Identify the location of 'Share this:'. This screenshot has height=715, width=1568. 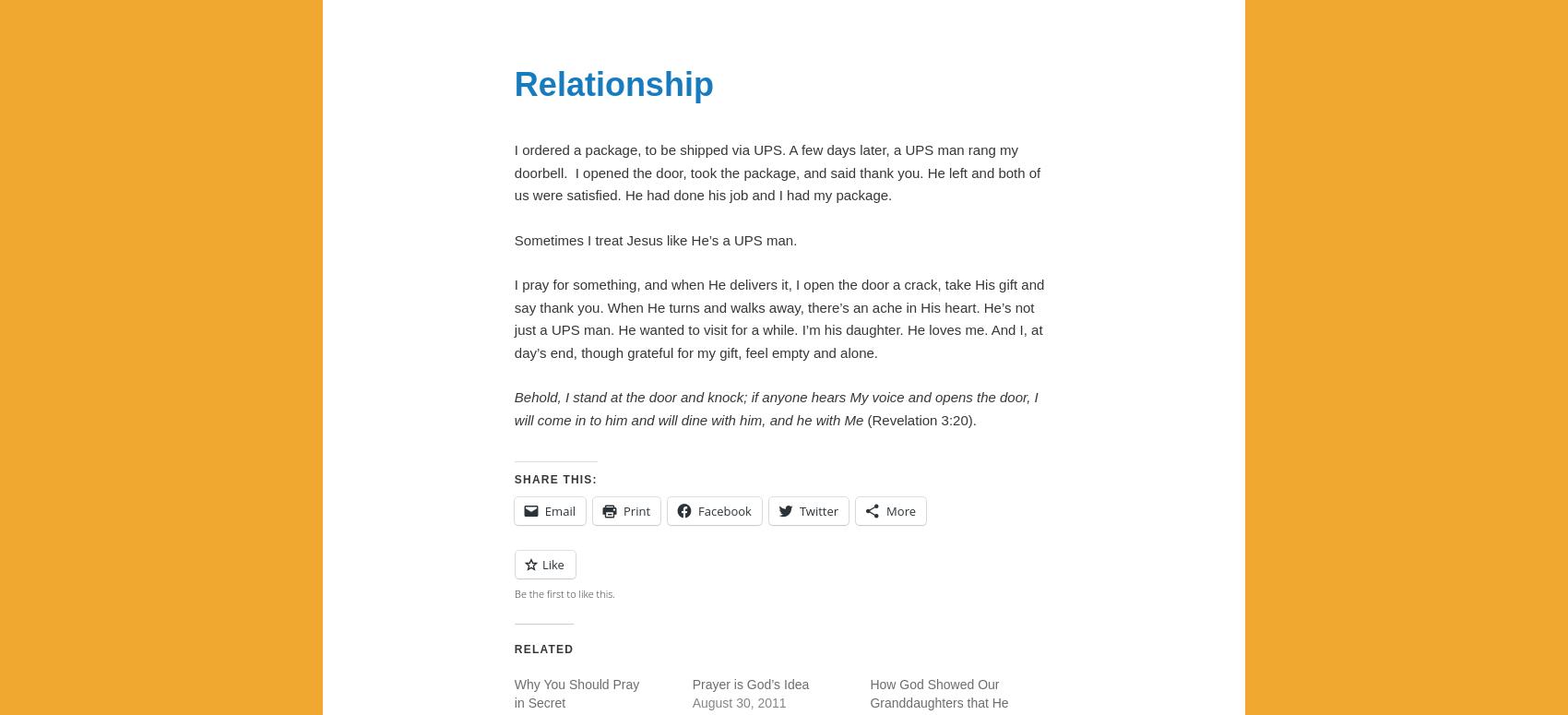
(553, 479).